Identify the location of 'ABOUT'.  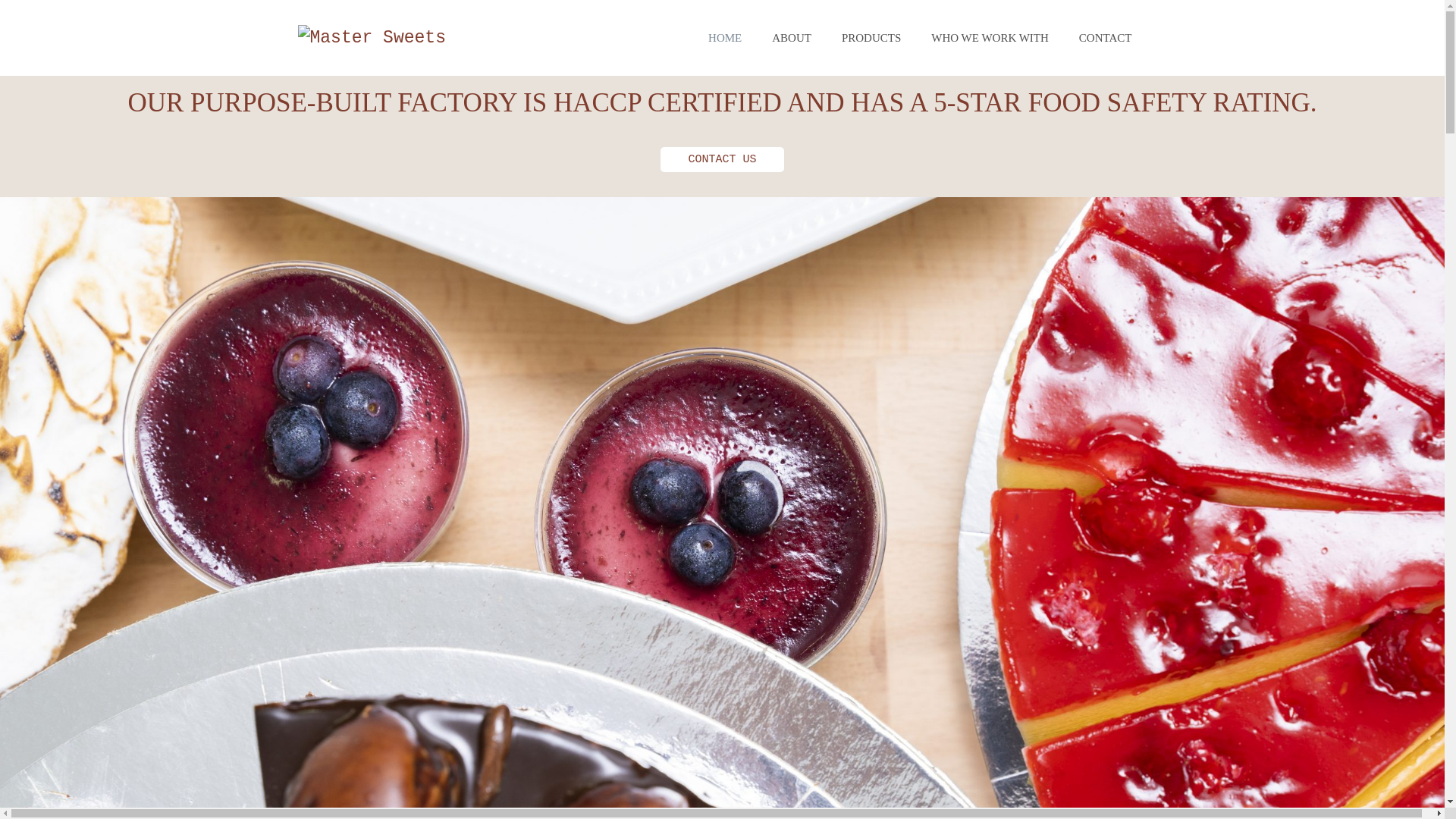
(790, 37).